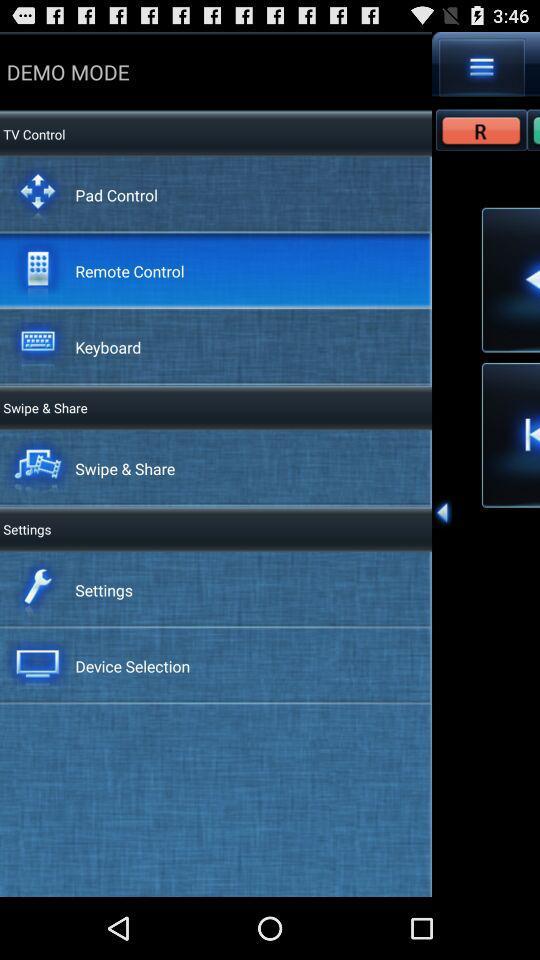  I want to click on the keyboard, so click(108, 347).